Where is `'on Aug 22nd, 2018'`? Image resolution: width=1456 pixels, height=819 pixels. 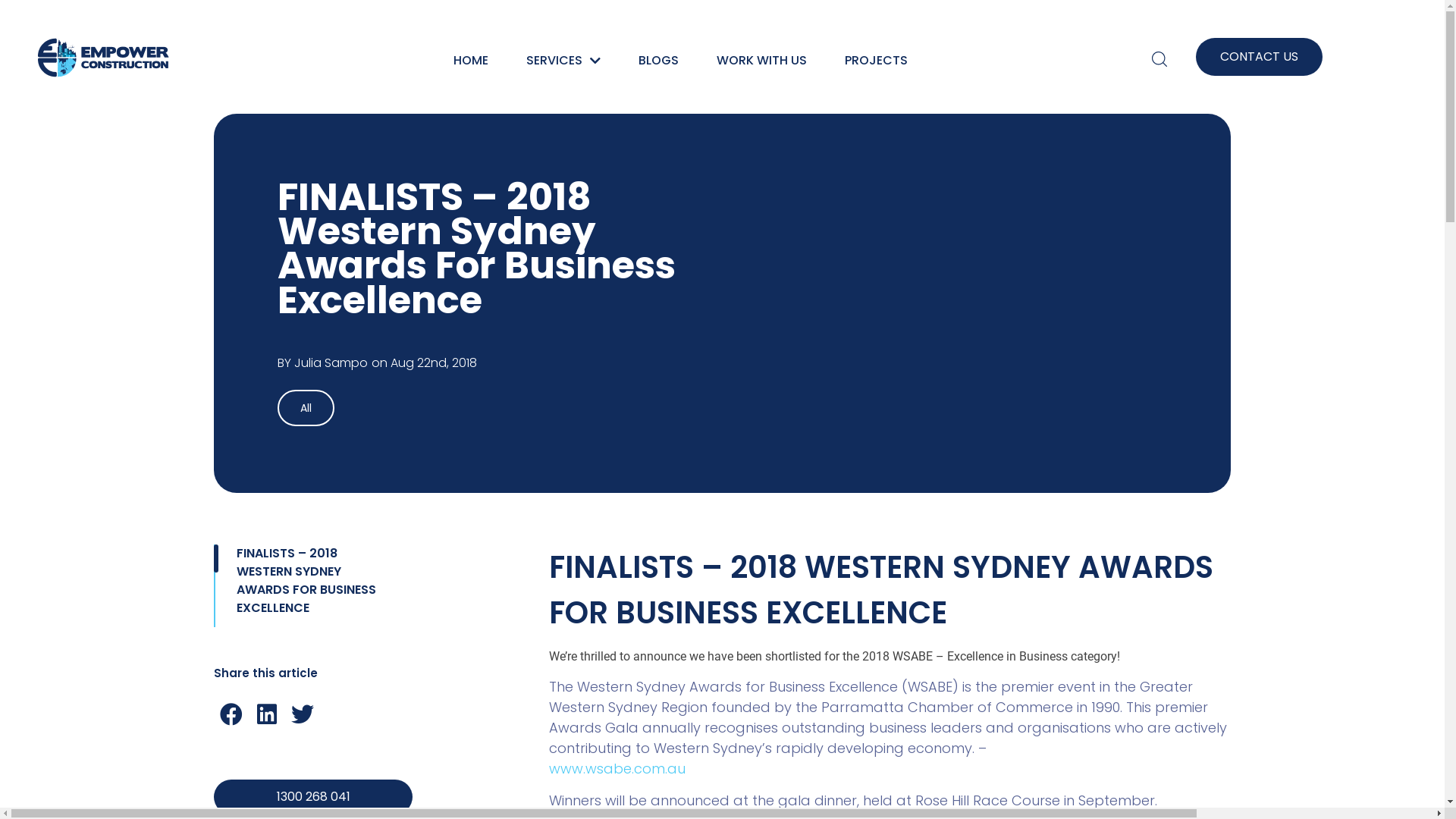 'on Aug 22nd, 2018' is located at coordinates (424, 362).